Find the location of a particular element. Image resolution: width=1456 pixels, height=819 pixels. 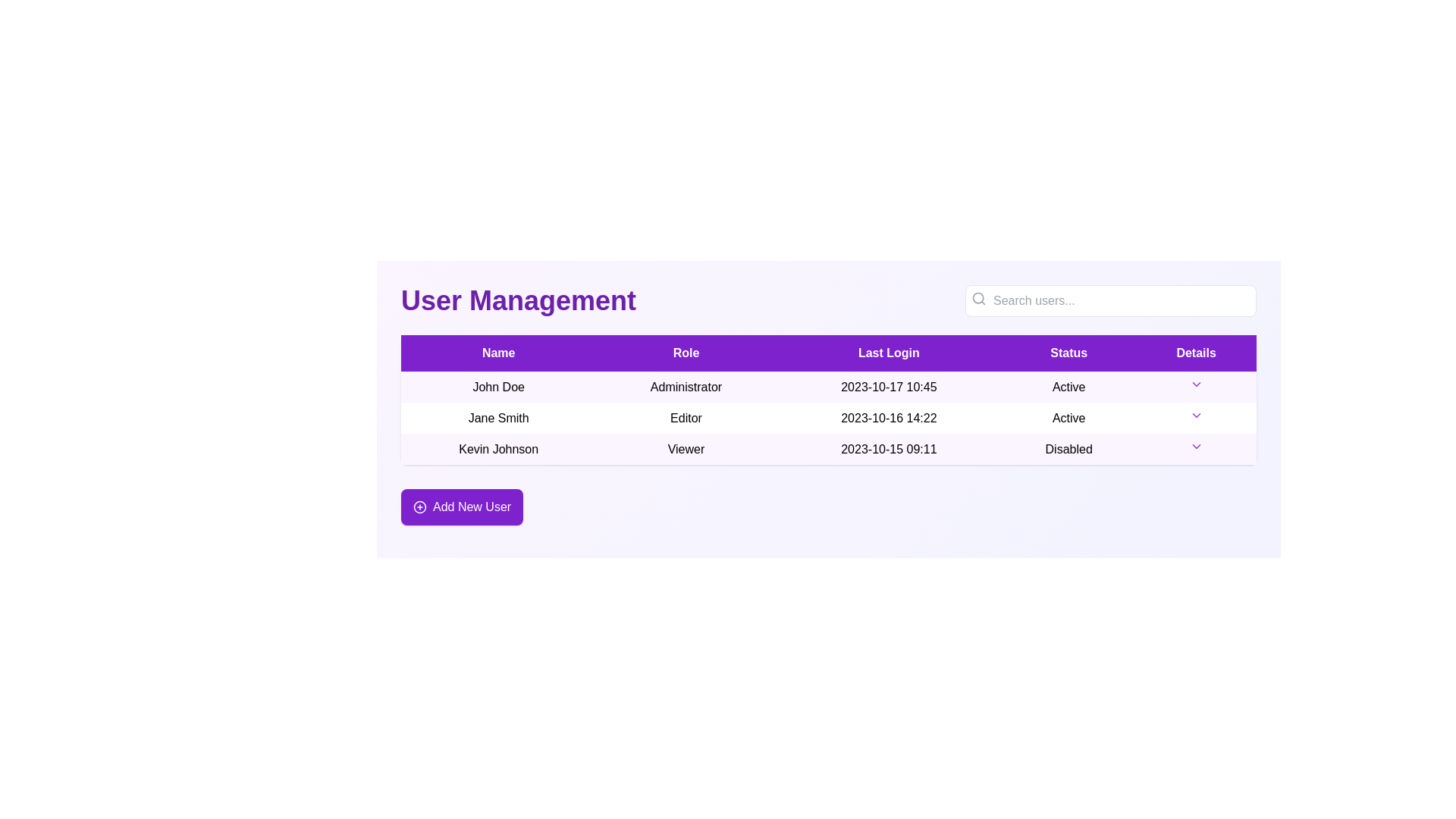

the search bar by clicking on the icon located in the top-left corner of the search bar, adjacent to the placeholder text 'Search users...' is located at coordinates (979, 298).